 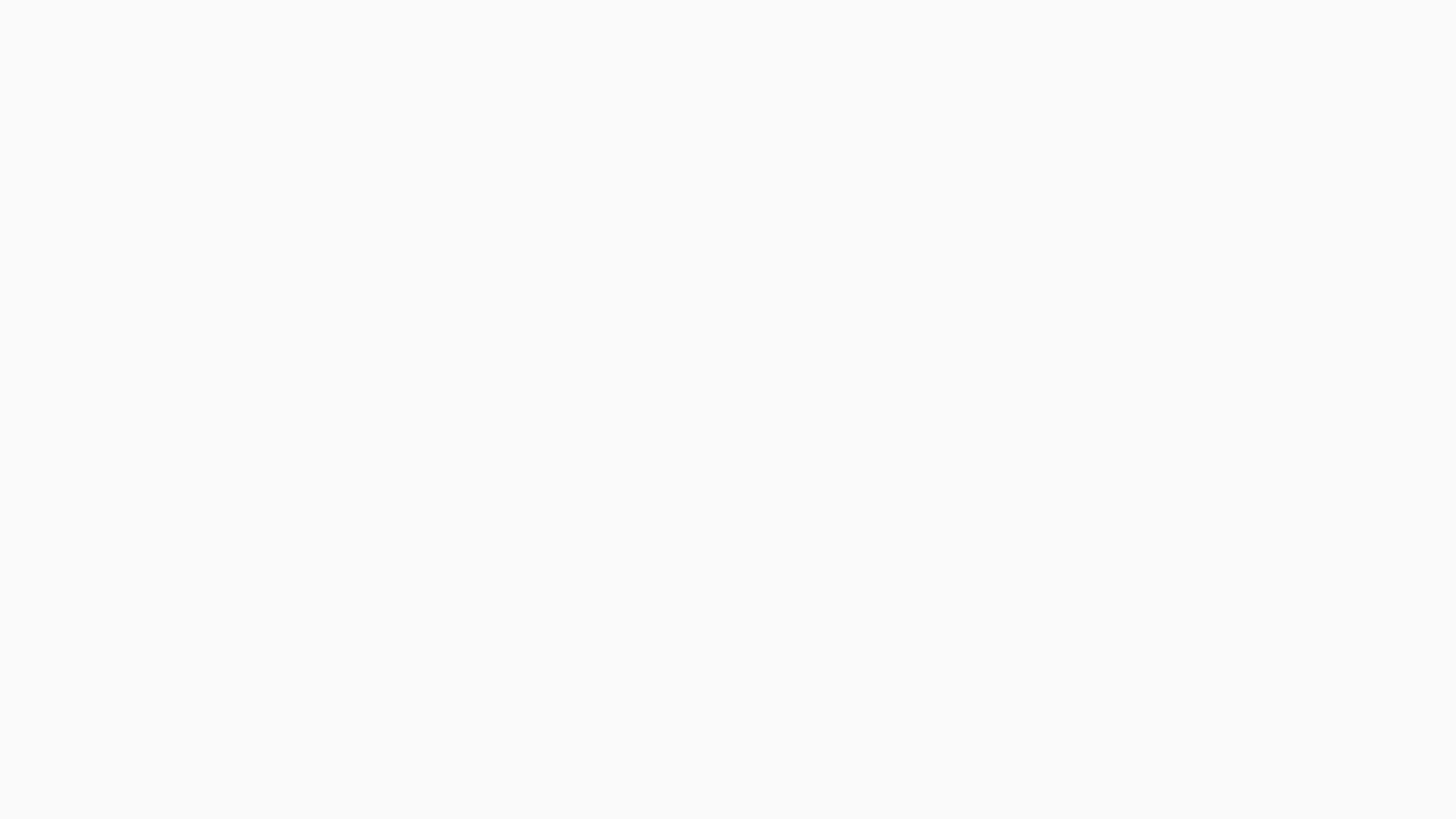 What do you see at coordinates (136, 143) in the screenshot?
I see `Staying Safe` at bounding box center [136, 143].